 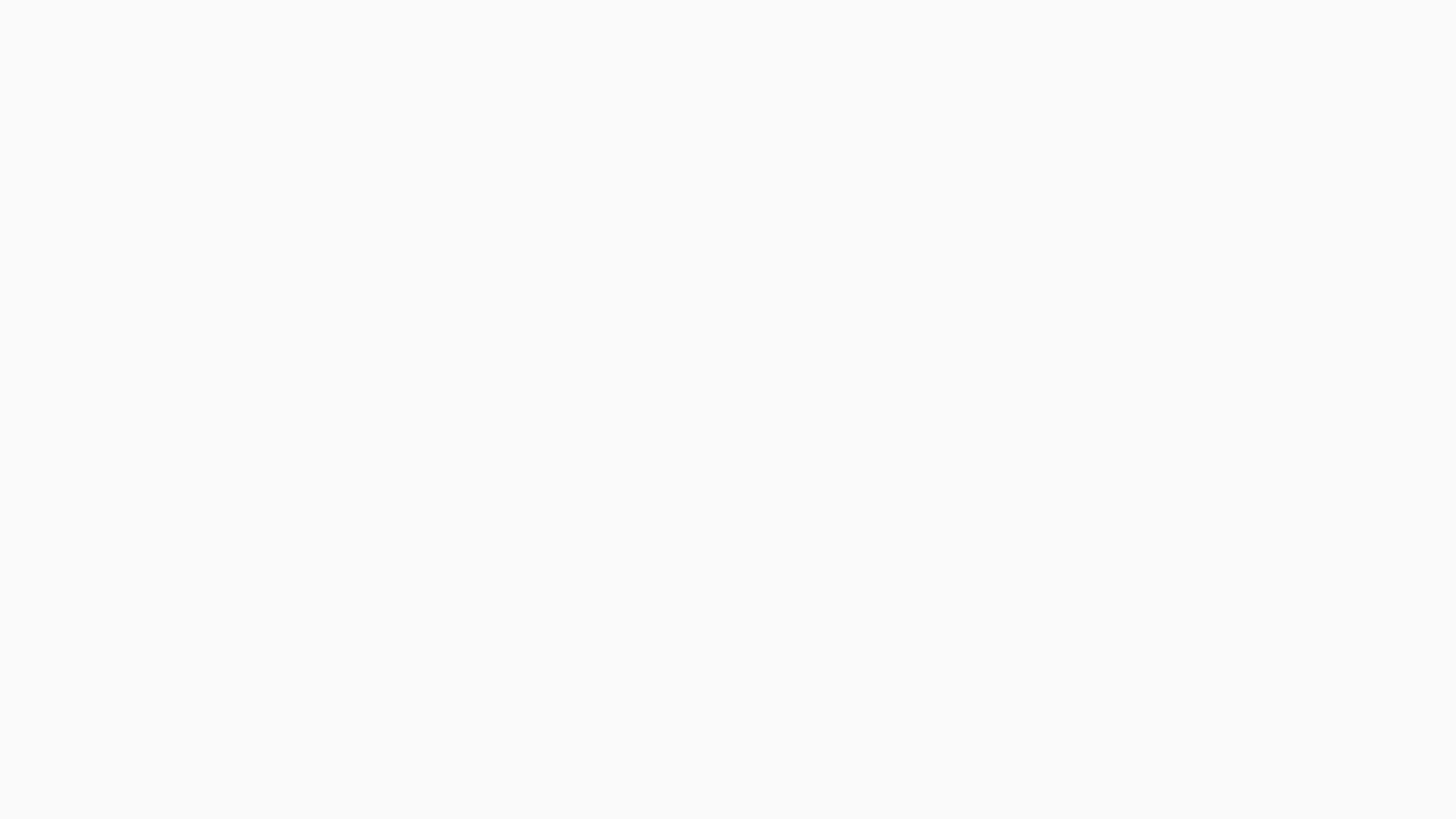 What do you see at coordinates (136, 143) in the screenshot?
I see `Staying Safe` at bounding box center [136, 143].